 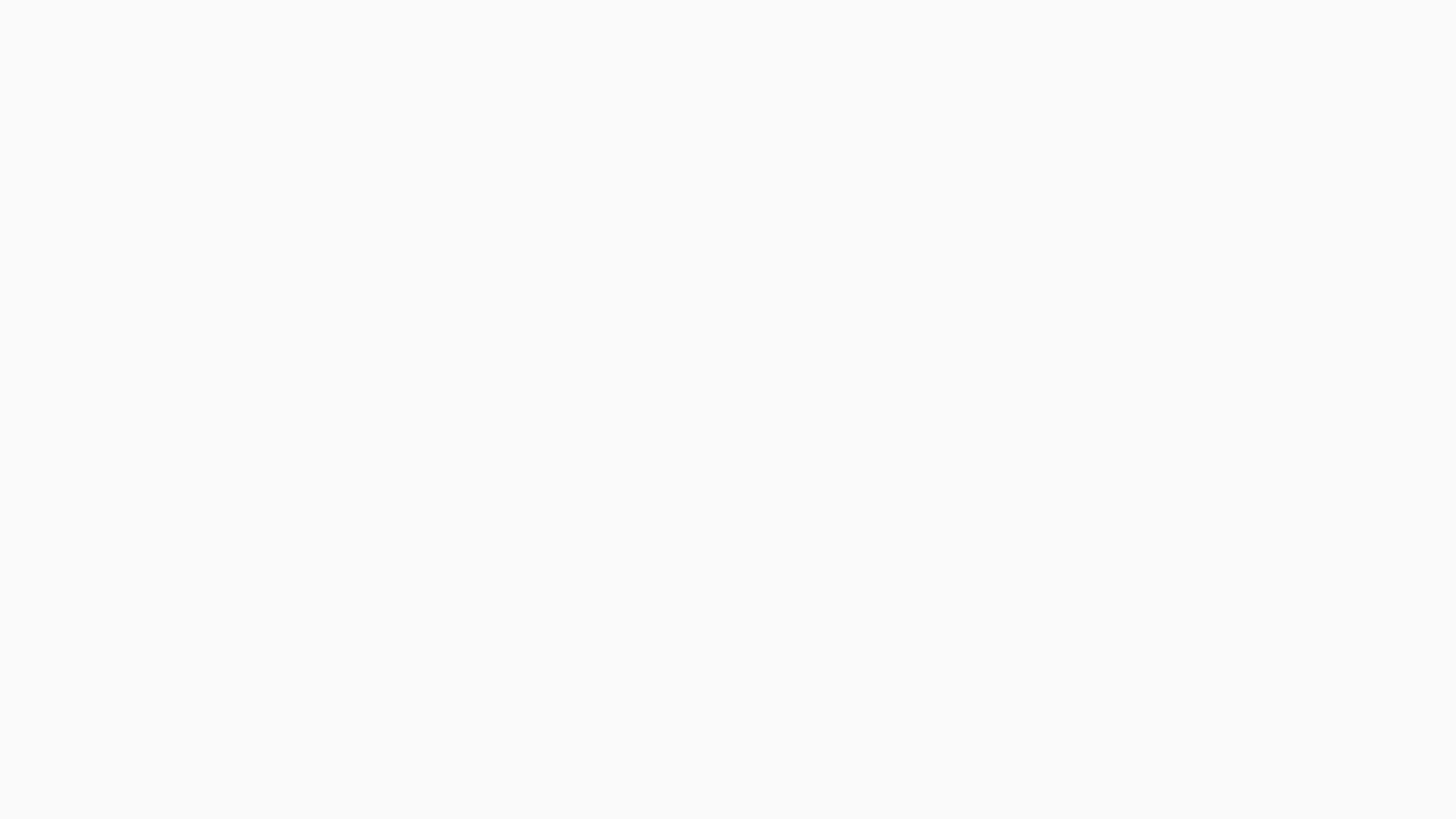 What do you see at coordinates (136, 143) in the screenshot?
I see `Staying Safe` at bounding box center [136, 143].